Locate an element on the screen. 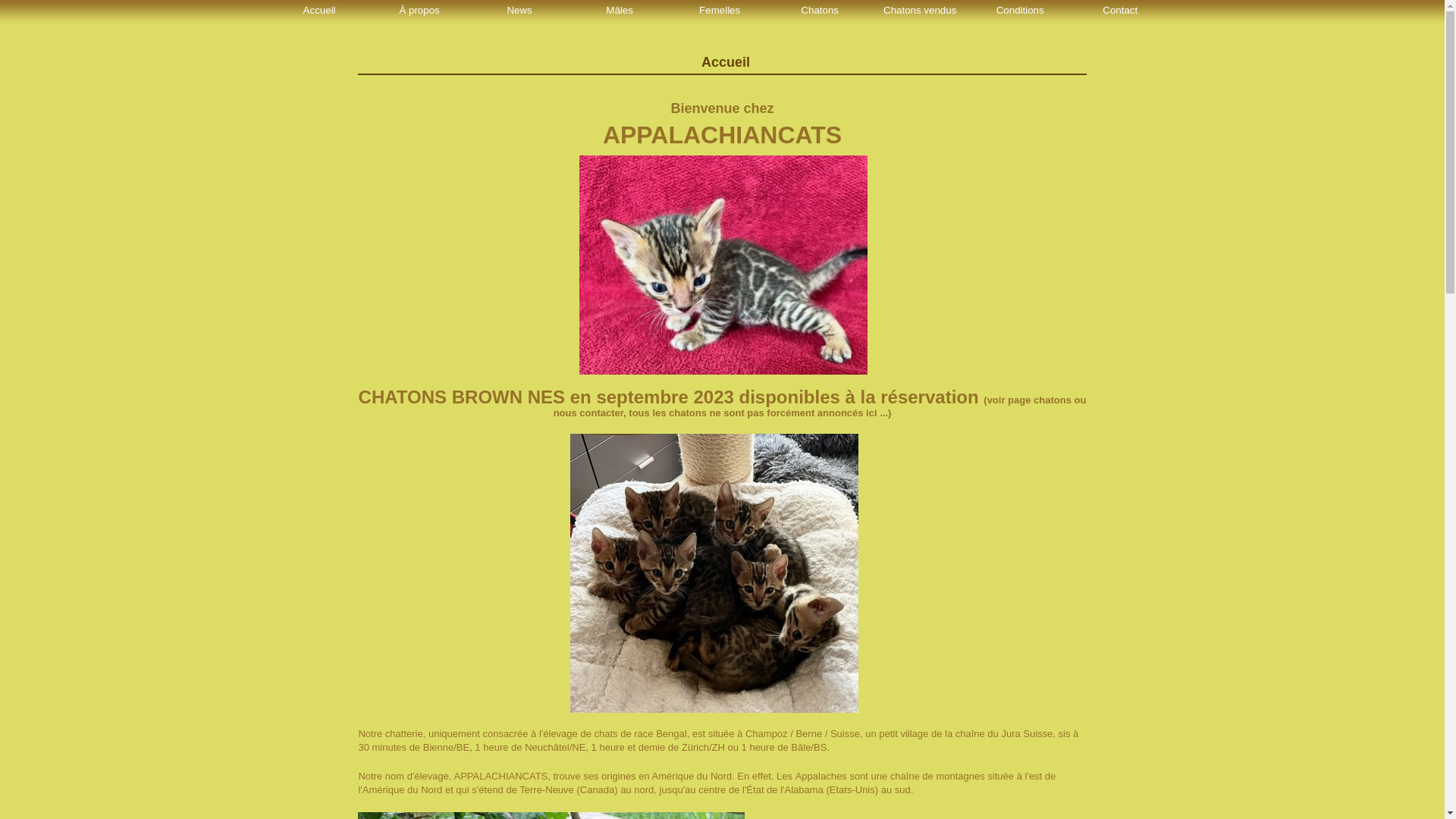  'Chatons vendus' is located at coordinates (917, 11).